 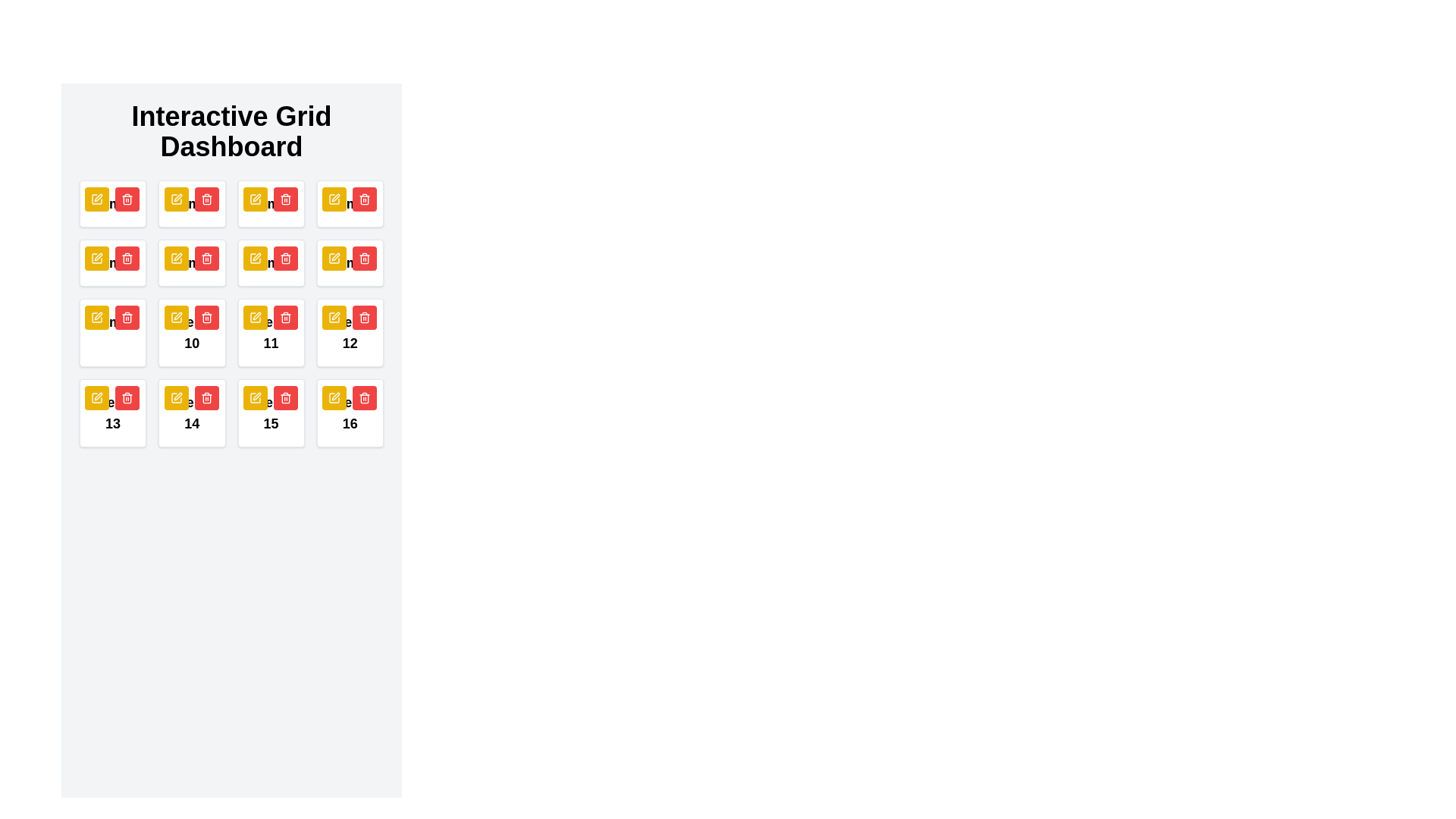 I want to click on the edit button located in the upper-right corner of the card labeled 'Item 10', which is part of the action group for editing or deleting card content, so click(x=190, y=317).